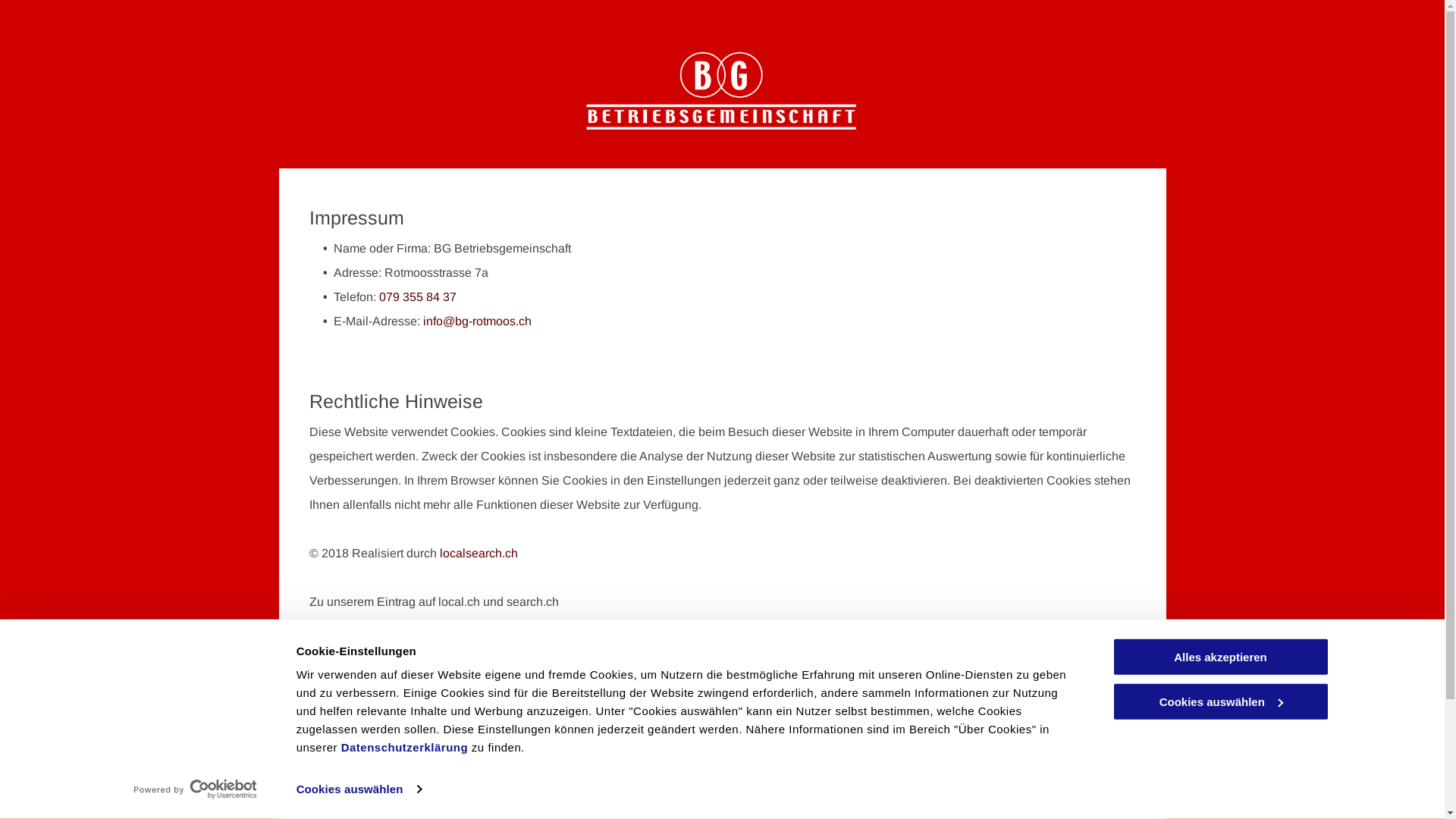 The width and height of the screenshot is (1456, 819). I want to click on 'localsearch.ch', so click(478, 553).